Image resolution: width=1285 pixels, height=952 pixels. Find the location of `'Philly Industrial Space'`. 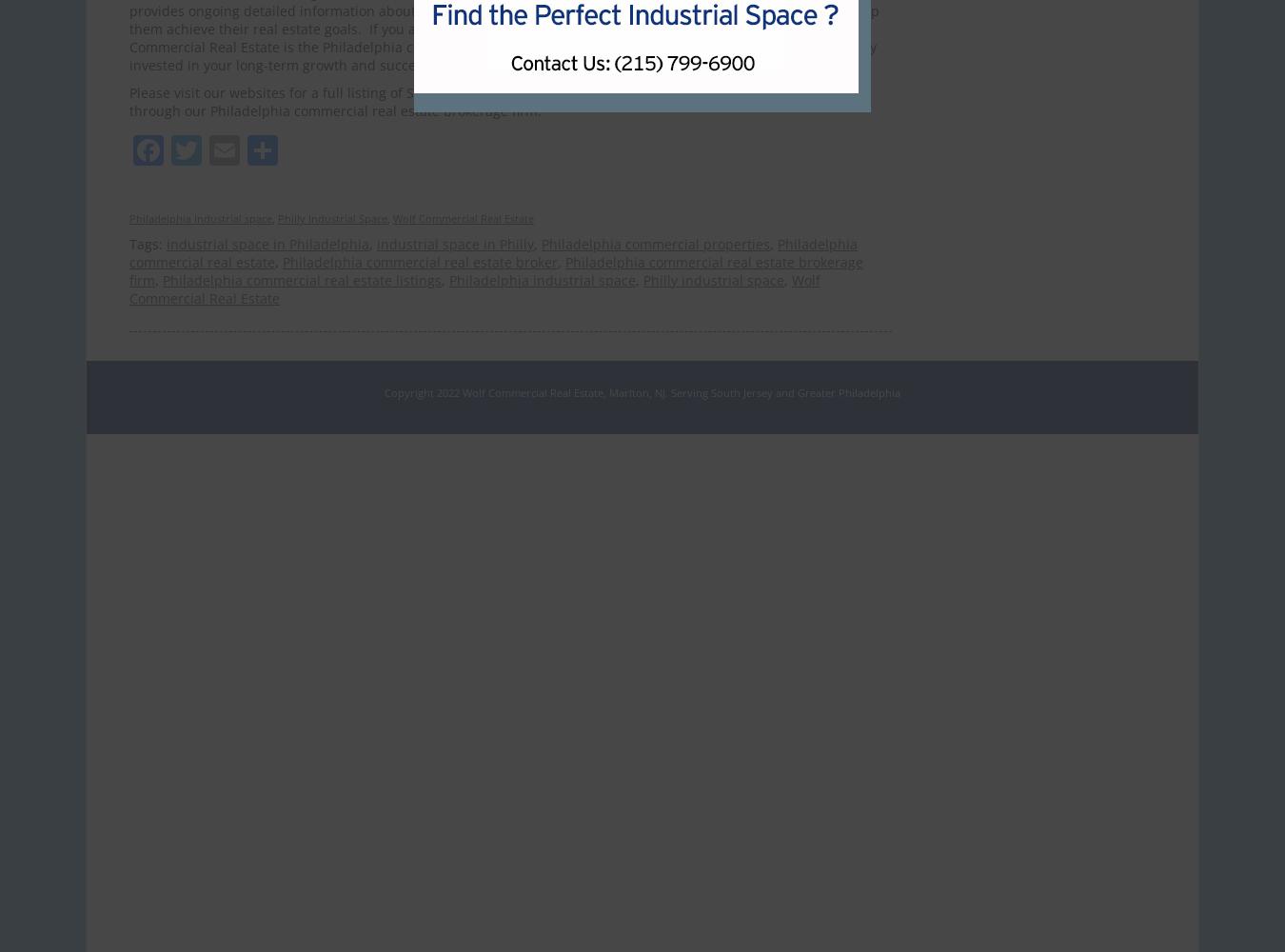

'Philly Industrial Space' is located at coordinates (332, 217).